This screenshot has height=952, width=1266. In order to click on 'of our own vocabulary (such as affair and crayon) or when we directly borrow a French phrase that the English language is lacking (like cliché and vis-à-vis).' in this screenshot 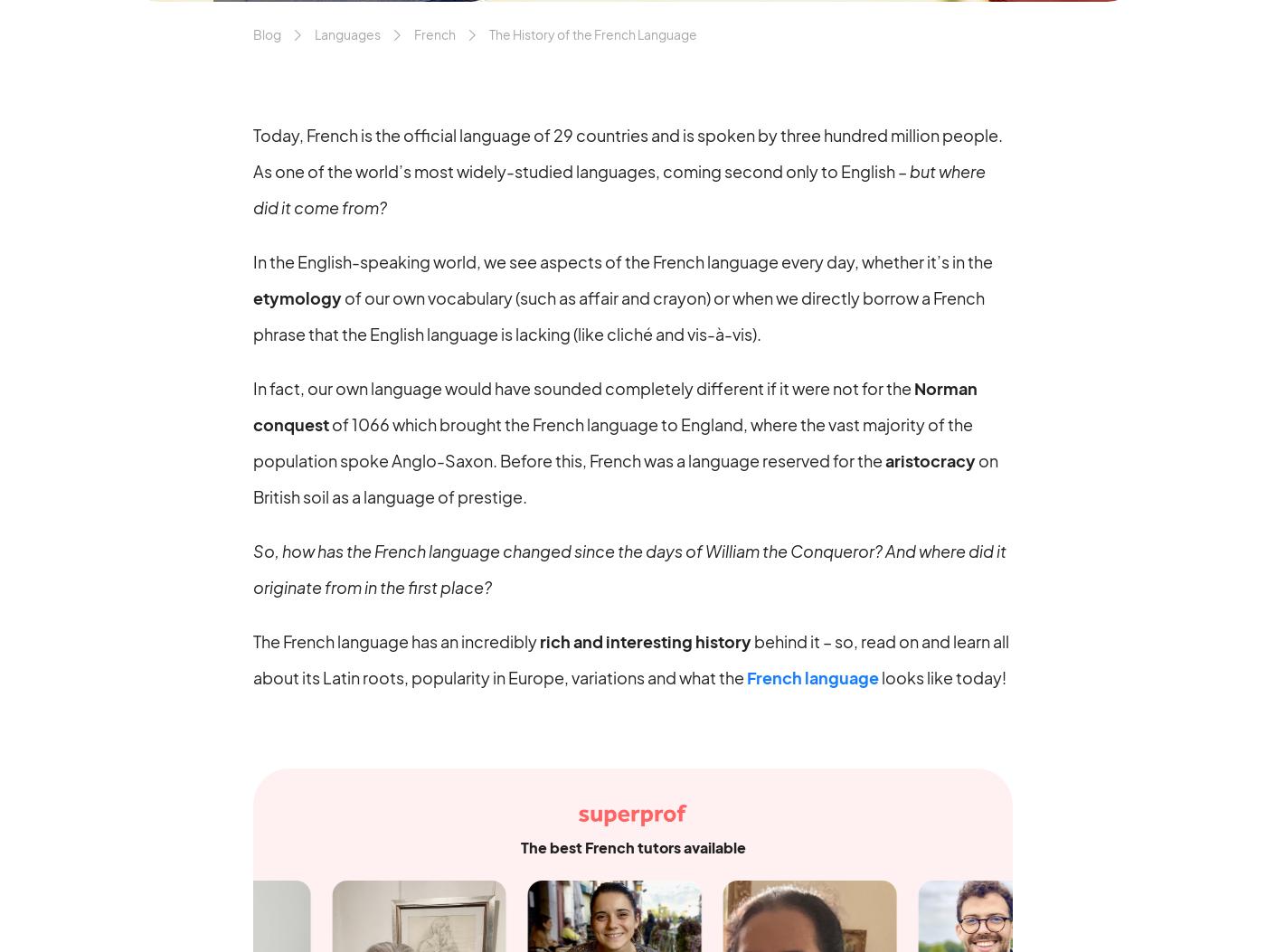, I will do `click(619, 314)`.